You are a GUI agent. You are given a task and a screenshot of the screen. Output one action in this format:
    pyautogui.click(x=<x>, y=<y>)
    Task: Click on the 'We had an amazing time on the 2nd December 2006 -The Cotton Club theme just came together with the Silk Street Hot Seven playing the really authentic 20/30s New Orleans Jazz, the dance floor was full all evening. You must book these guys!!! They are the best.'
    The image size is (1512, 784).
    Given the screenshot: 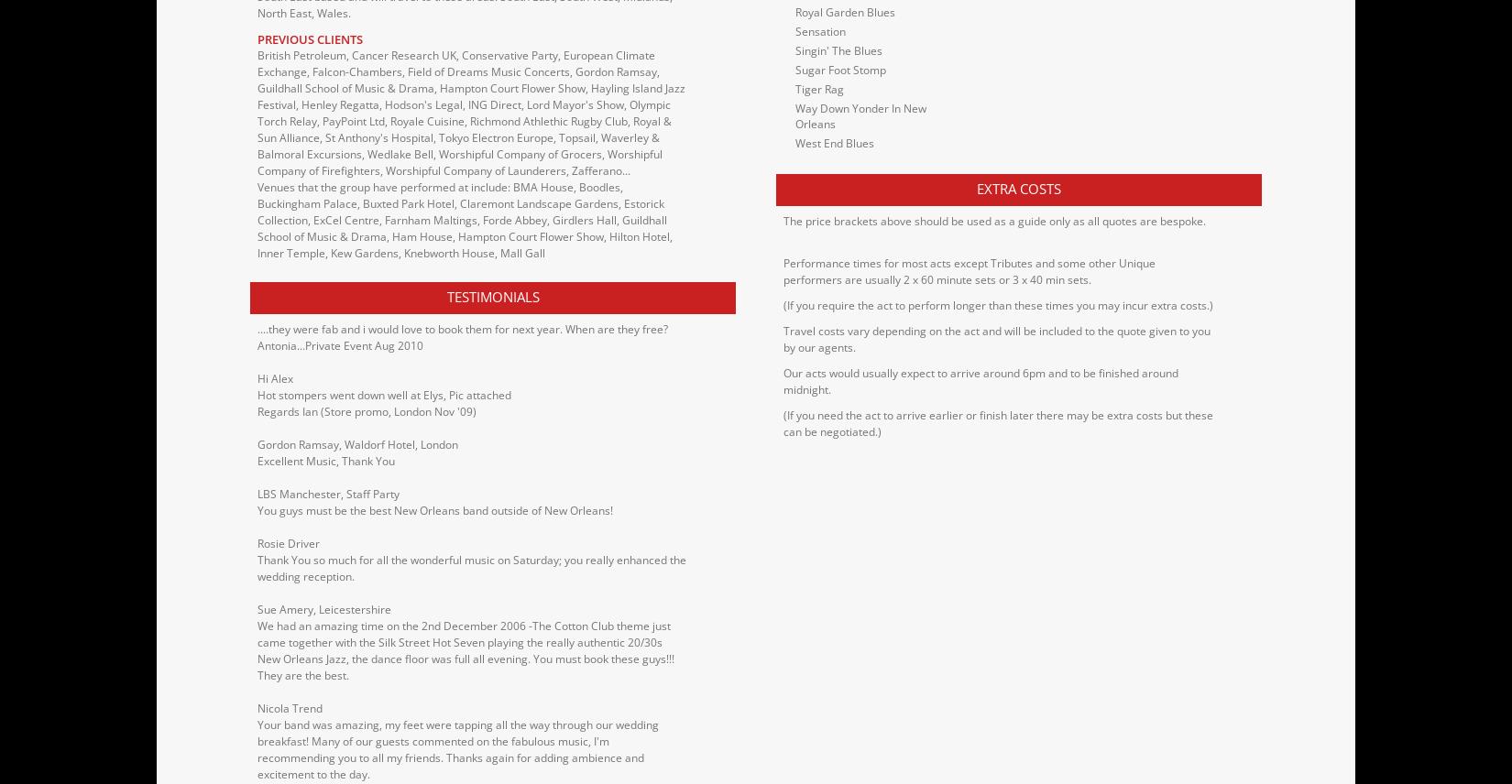 What is the action you would take?
    pyautogui.click(x=465, y=648)
    